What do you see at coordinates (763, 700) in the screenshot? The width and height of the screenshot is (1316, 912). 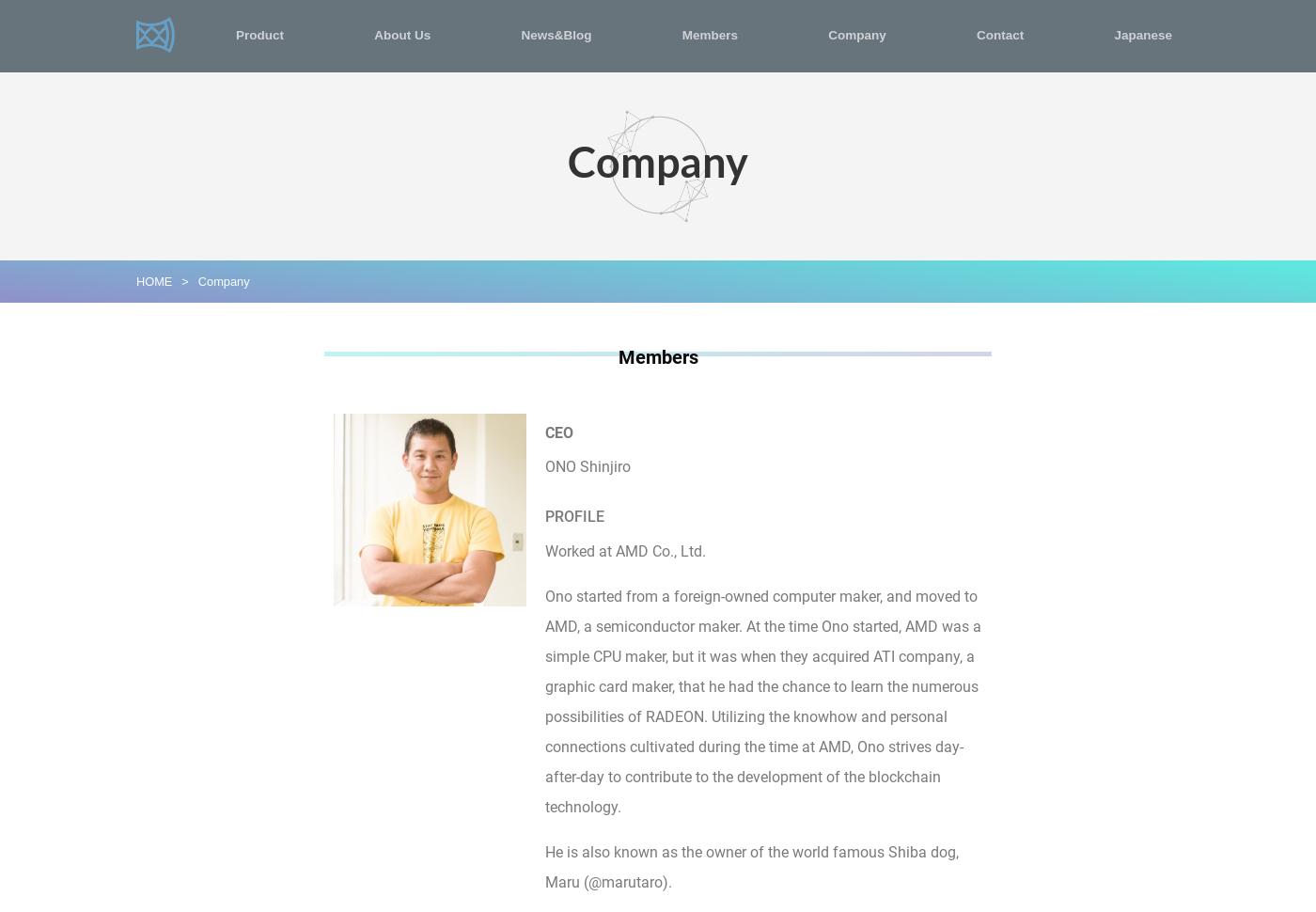 I see `'Ono started from a foreign-owned computer maker, and moved to AMD, a semiconductor maker. At the time Ono started, AMD was a simple CPU maker, but it was when they acquired ATI company, a graphic card maker, that he had the chance to learn the numerous possibilities of RADEON. Utilizing the knowhow and personal connections cultivated during the time at AMD, Ono strives day-after-day to contribute to the development of the blockchain technology.'` at bounding box center [763, 700].